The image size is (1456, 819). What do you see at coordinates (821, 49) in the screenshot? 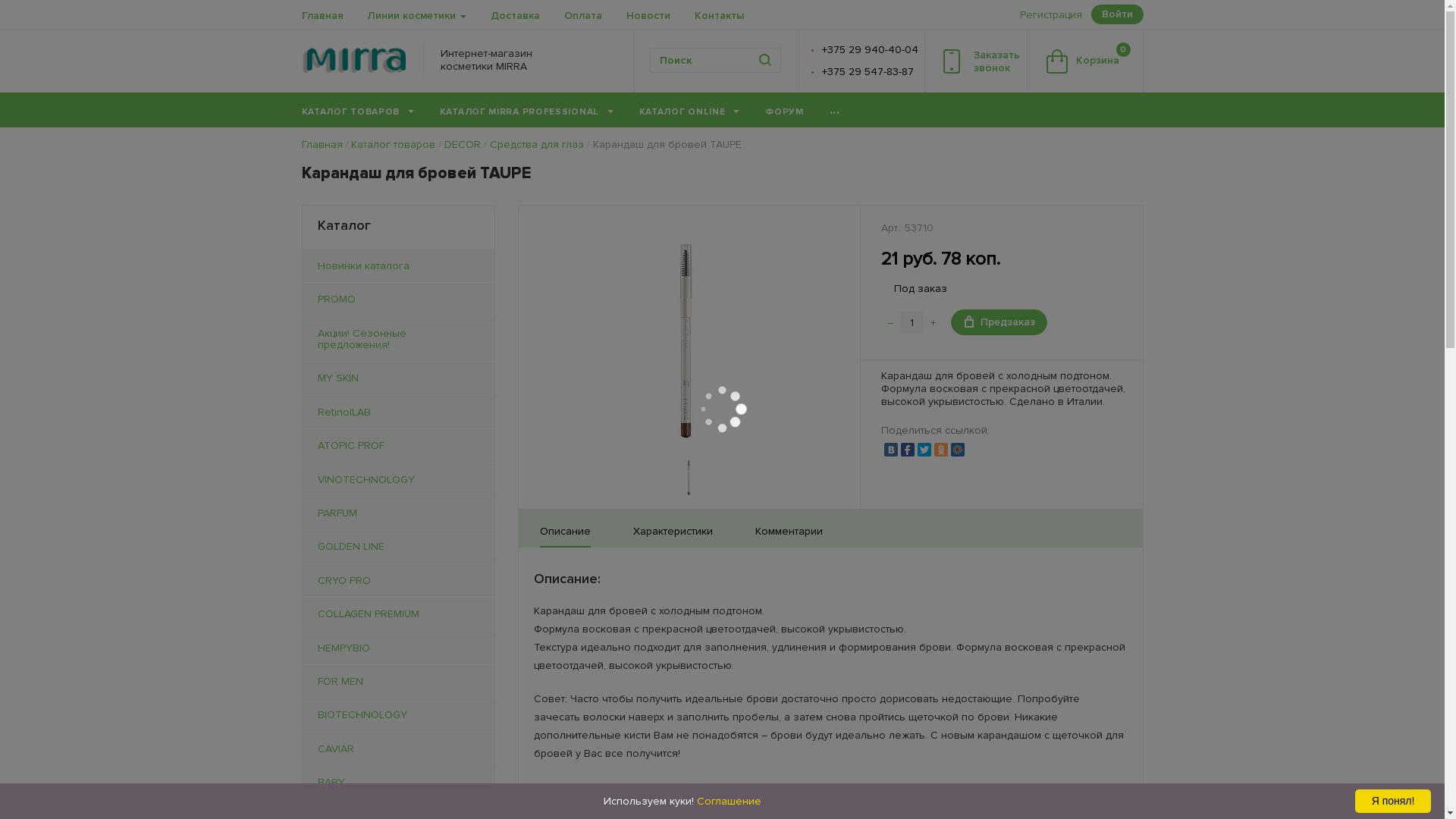
I see `'+375 29 940-40-04'` at bounding box center [821, 49].